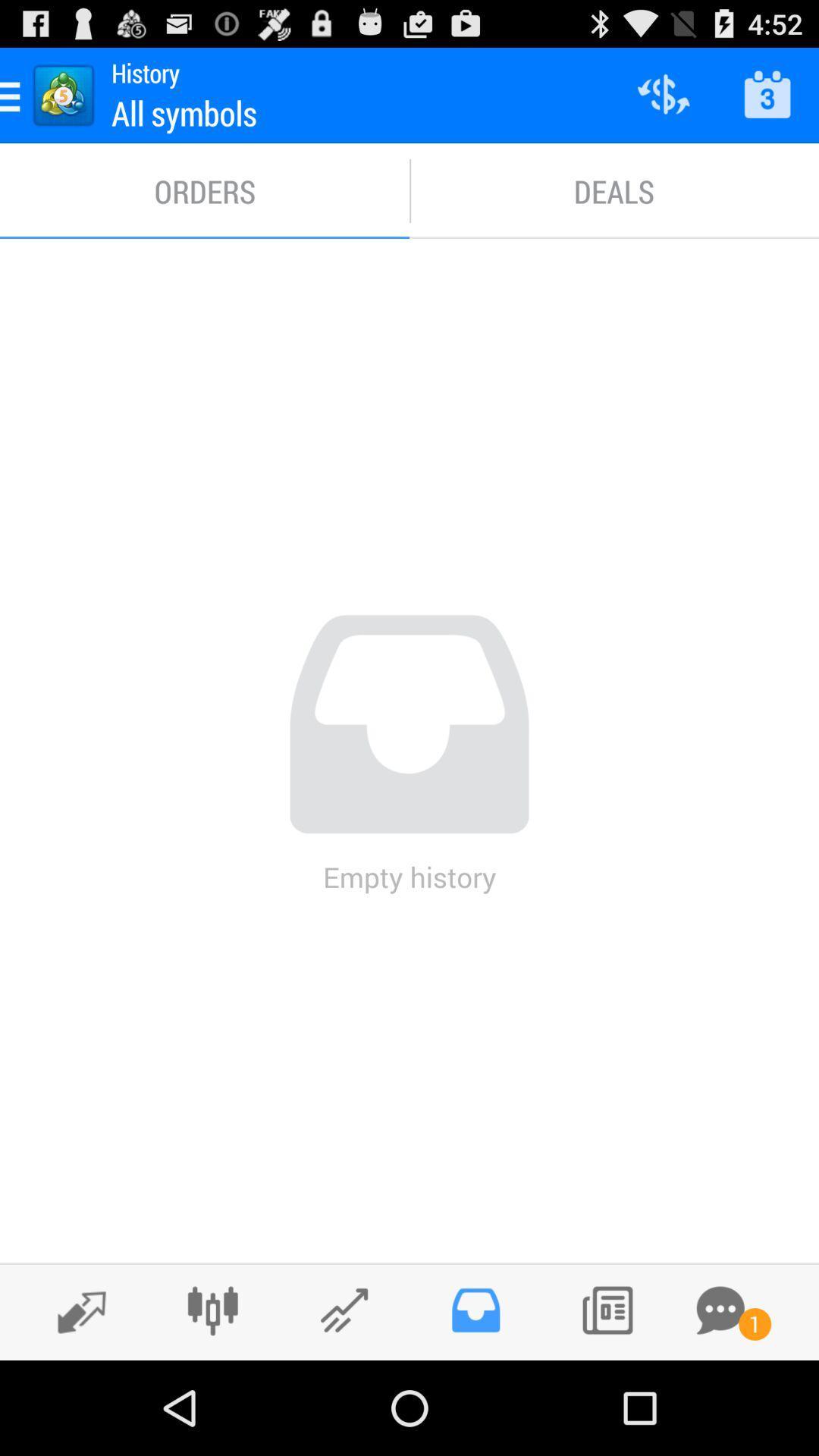 The width and height of the screenshot is (819, 1456). Describe the element at coordinates (74, 1402) in the screenshot. I see `the edit icon` at that location.